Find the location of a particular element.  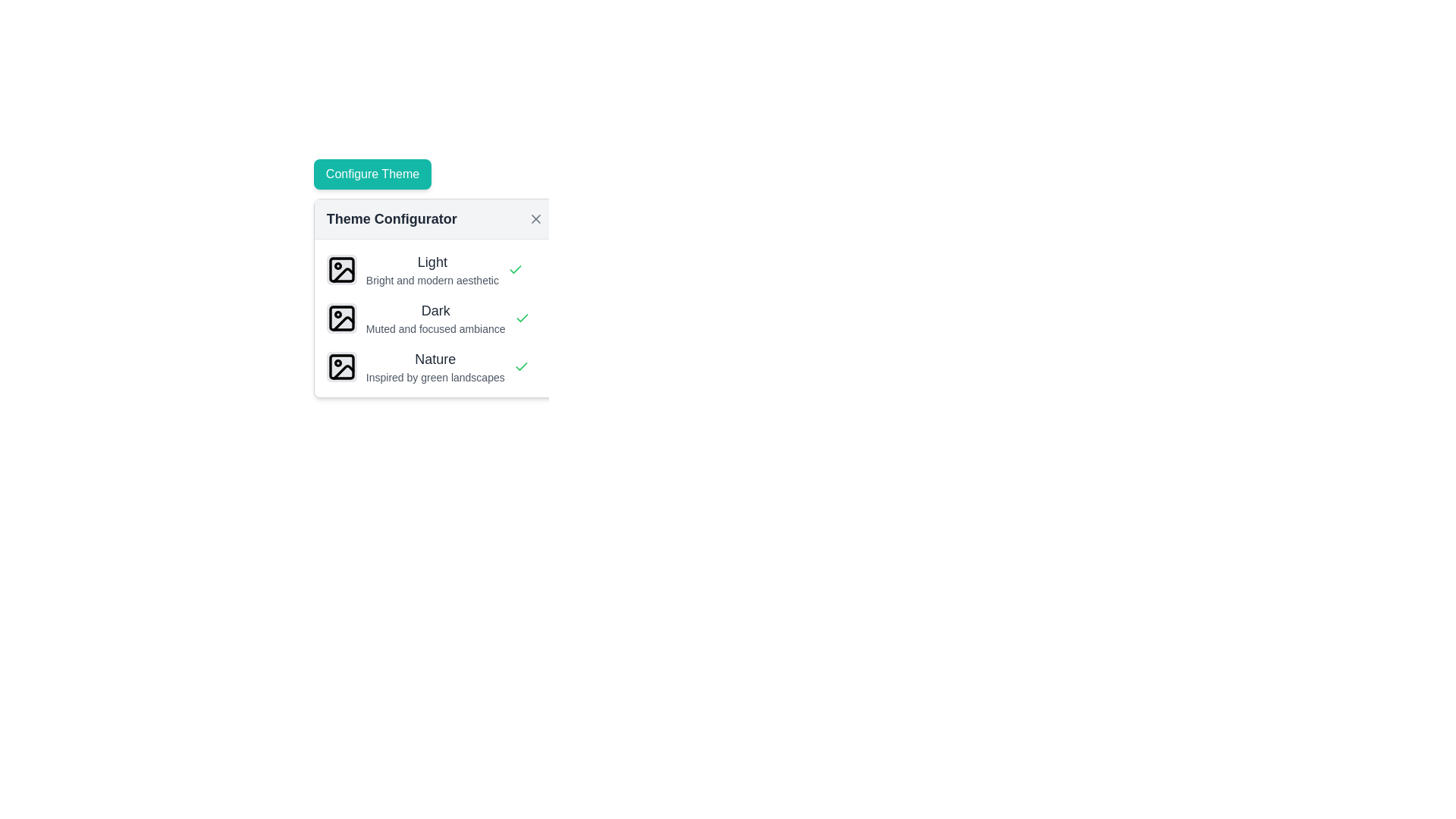

descriptive subtitle text element located below the 'Nature' theme in the 'Theme Configurator' section is located at coordinates (435, 376).